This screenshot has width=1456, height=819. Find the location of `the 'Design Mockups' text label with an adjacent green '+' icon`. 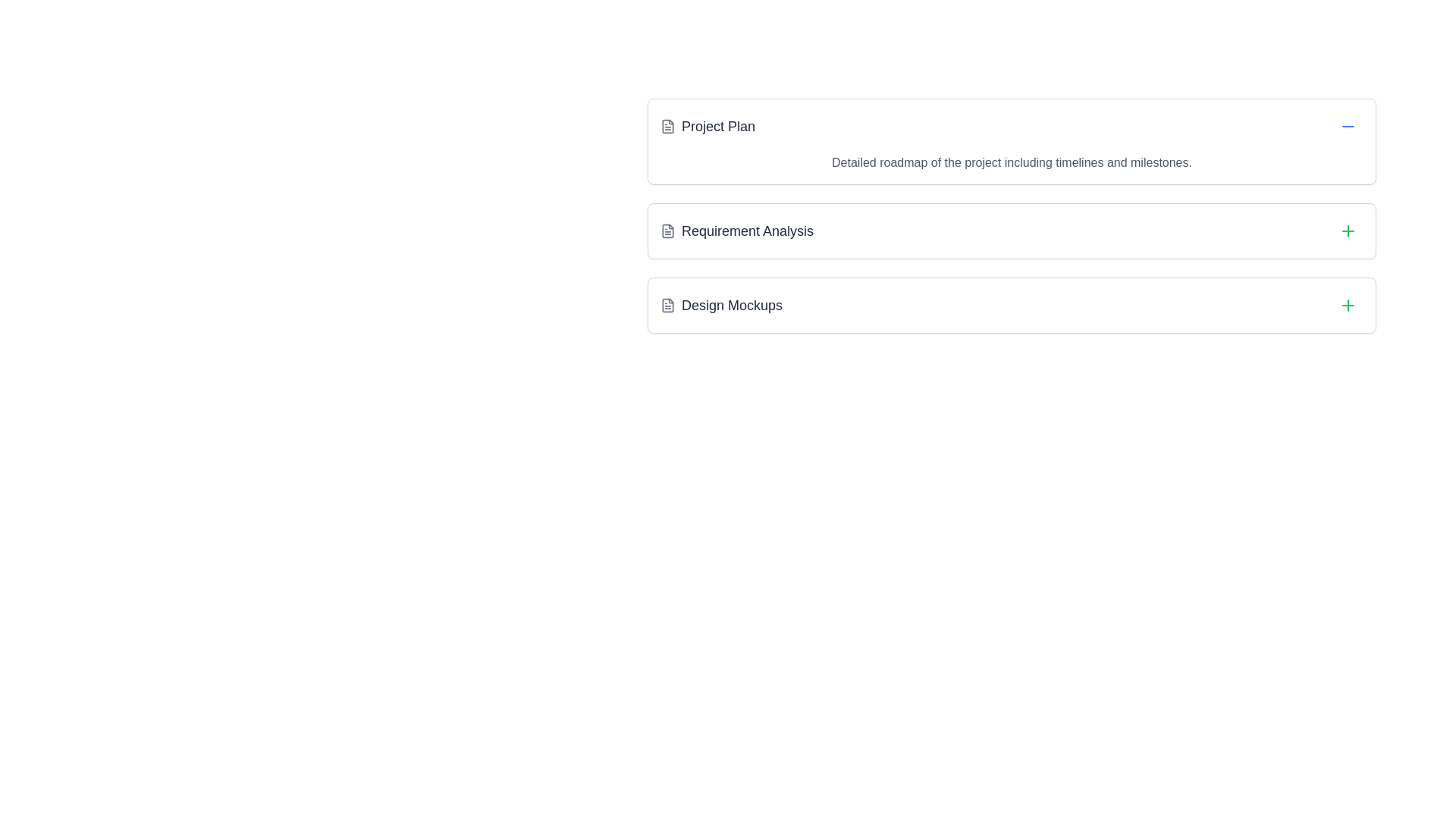

the 'Design Mockups' text label with an adjacent green '+' icon is located at coordinates (720, 305).